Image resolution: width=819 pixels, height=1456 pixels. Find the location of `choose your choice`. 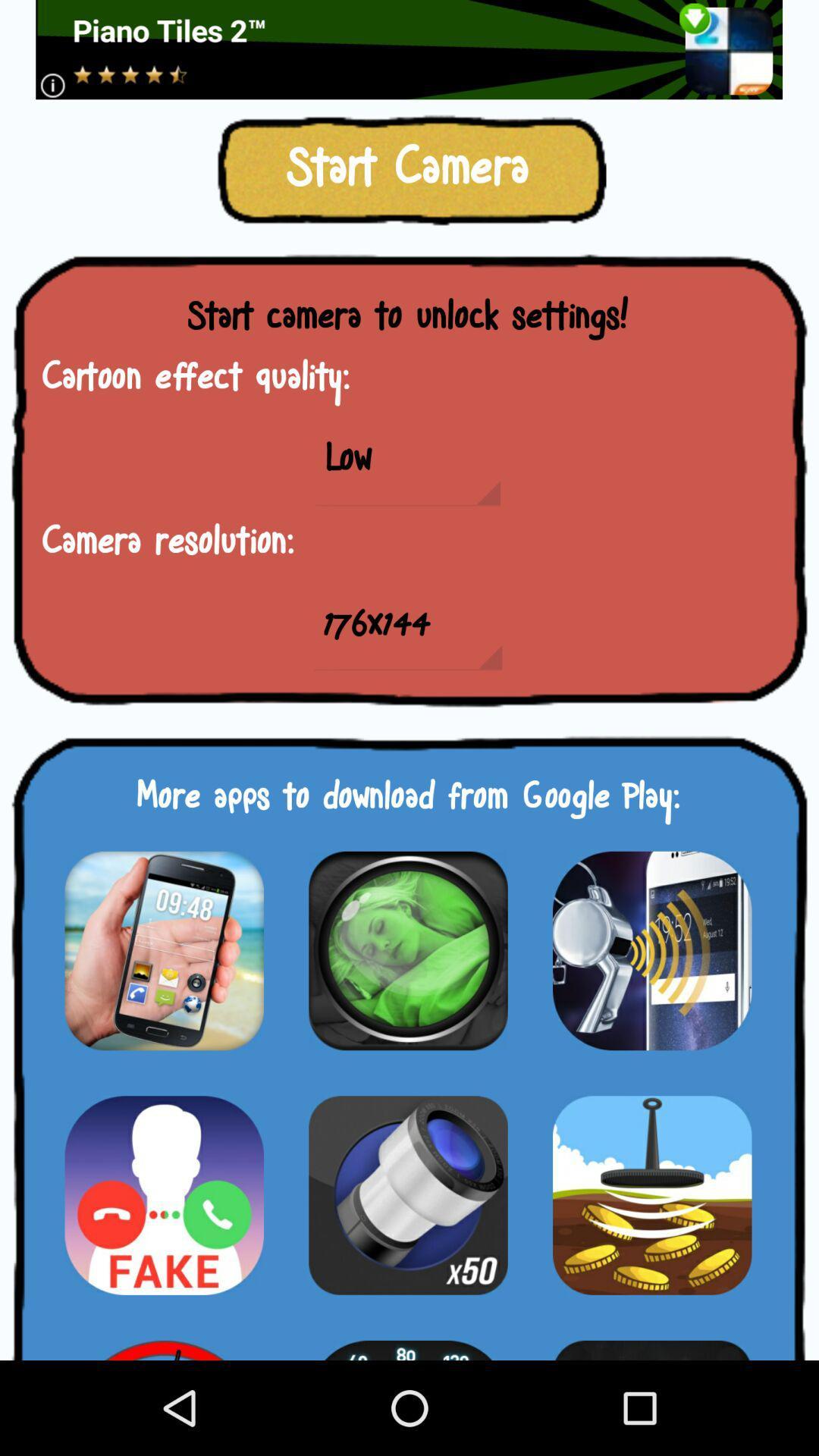

choose your choice is located at coordinates (651, 1194).